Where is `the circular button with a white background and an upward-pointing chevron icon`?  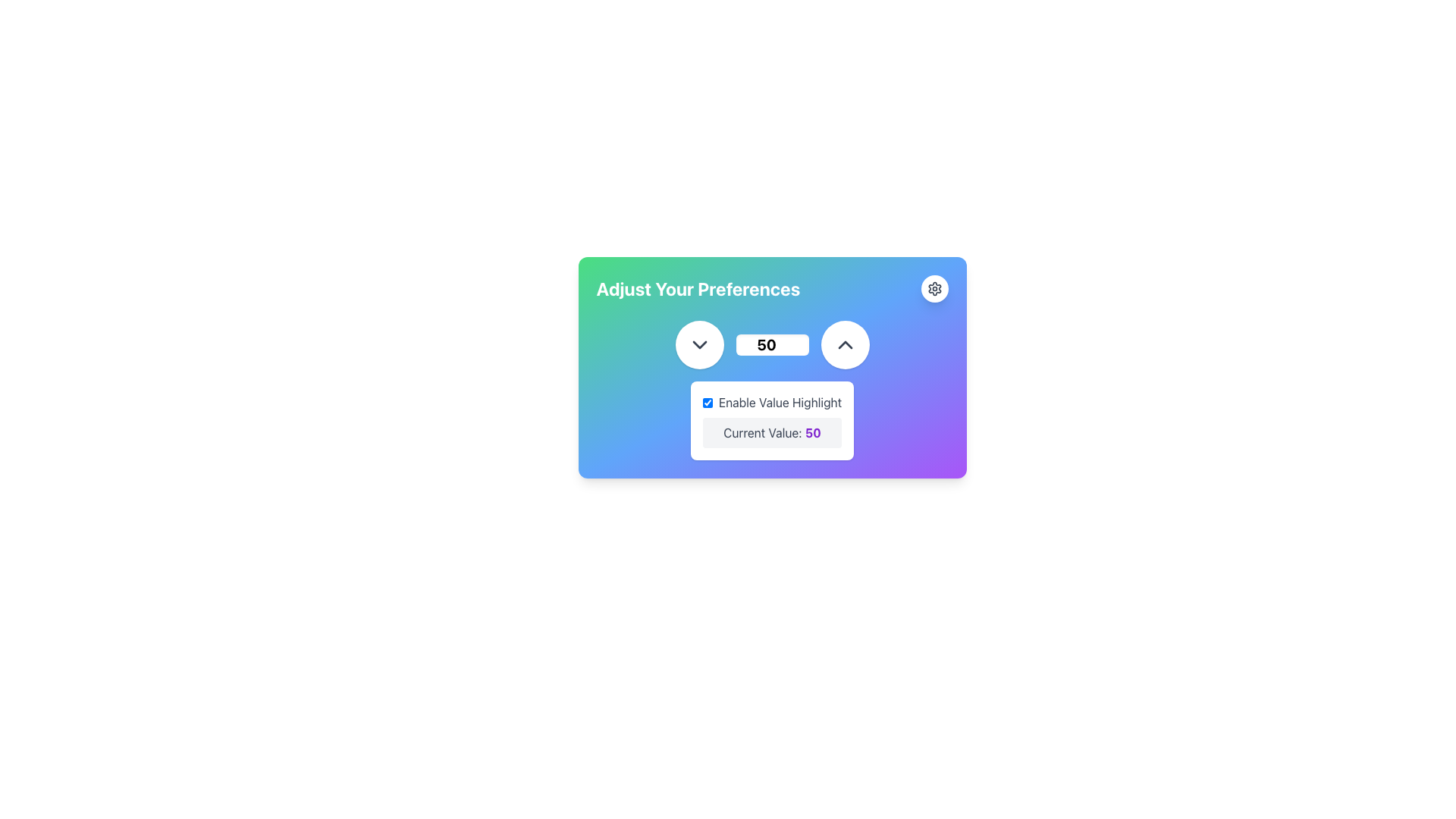 the circular button with a white background and an upward-pointing chevron icon is located at coordinates (844, 345).